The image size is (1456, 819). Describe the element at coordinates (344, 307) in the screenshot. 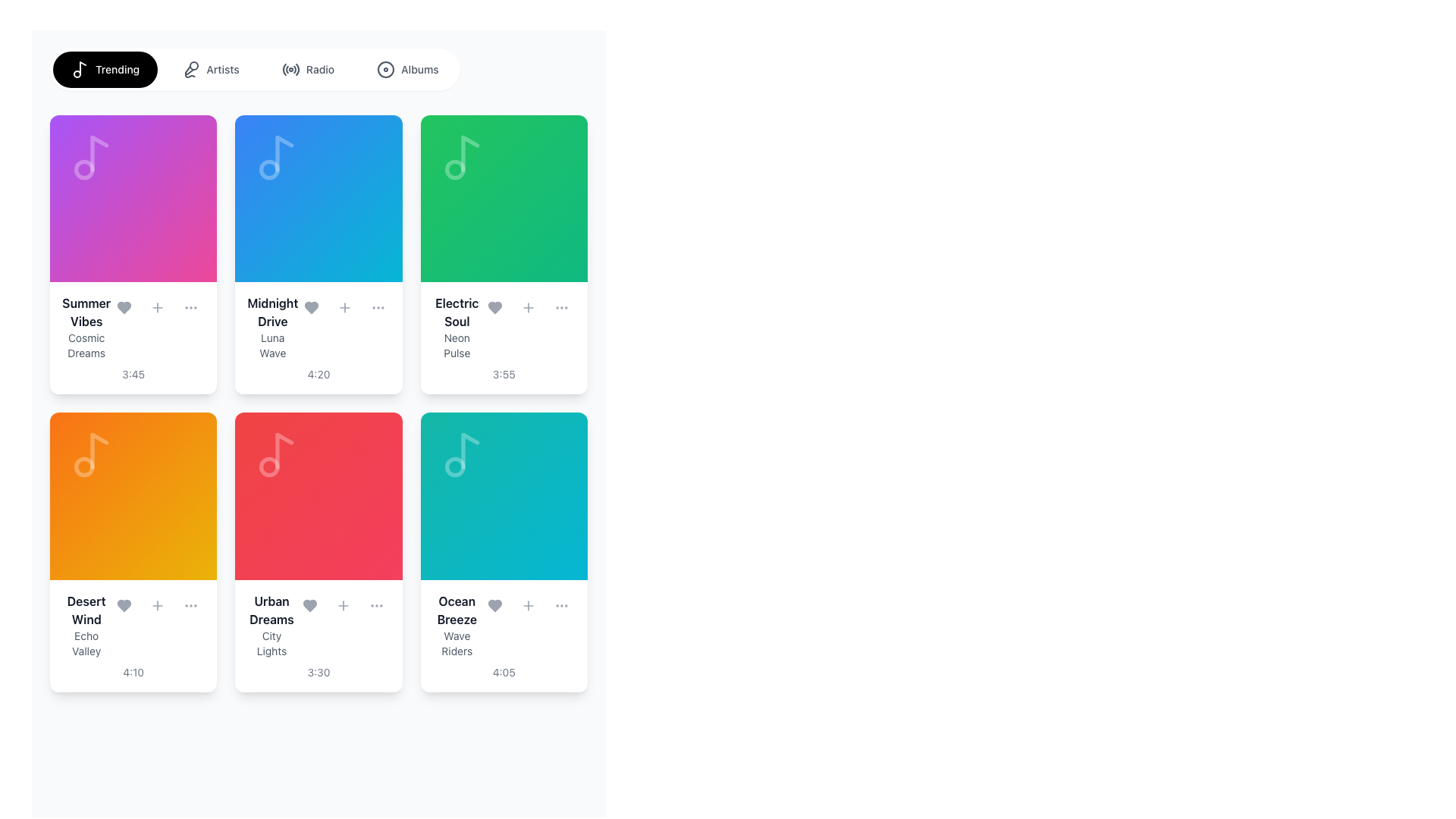

I see `the circular button with a plus icon located adjacent to the heart-shaped button in the second card under the title 'Midnight Drive'` at that location.